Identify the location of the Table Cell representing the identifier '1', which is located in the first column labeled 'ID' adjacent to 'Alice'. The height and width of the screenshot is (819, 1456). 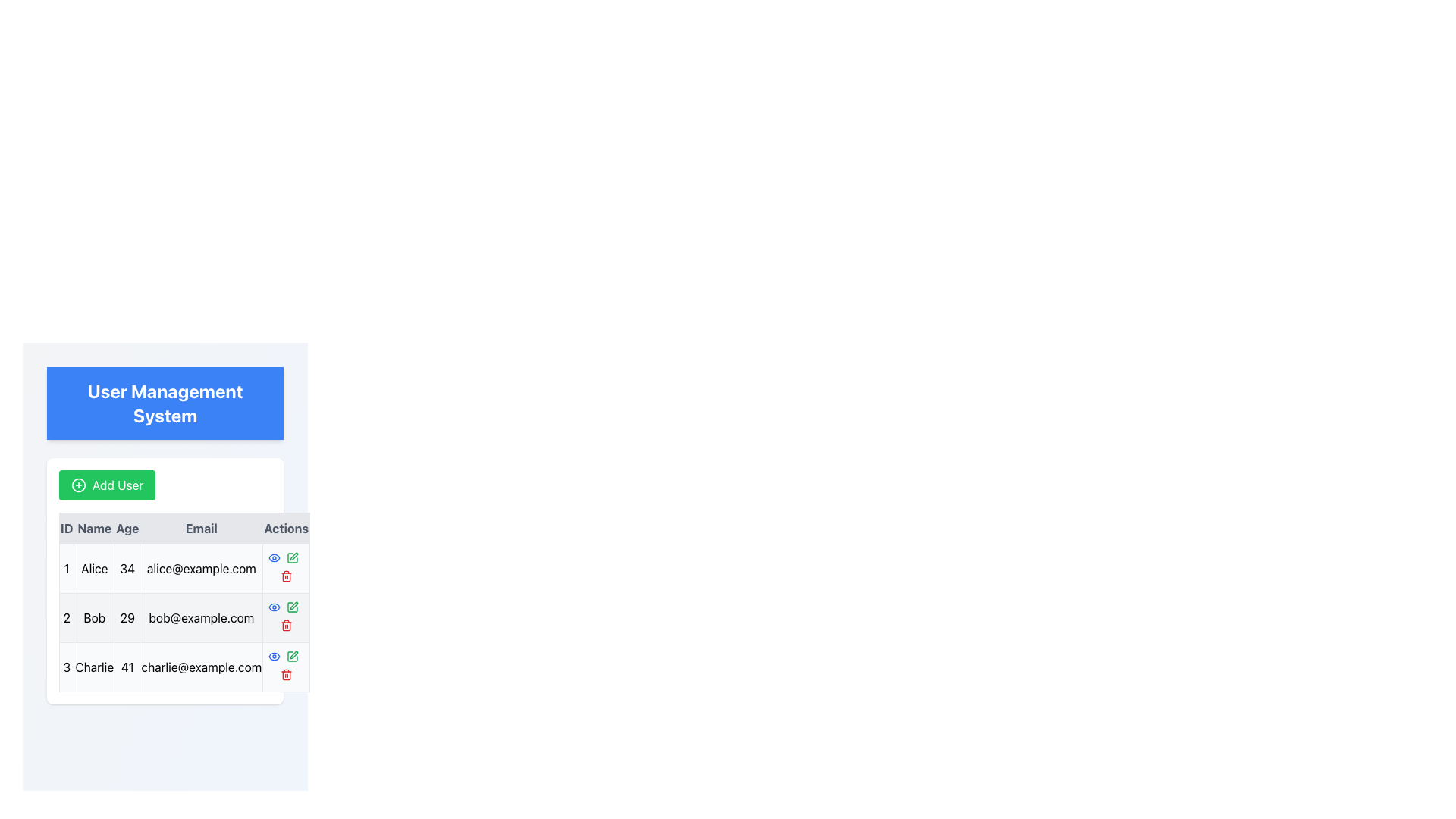
(66, 568).